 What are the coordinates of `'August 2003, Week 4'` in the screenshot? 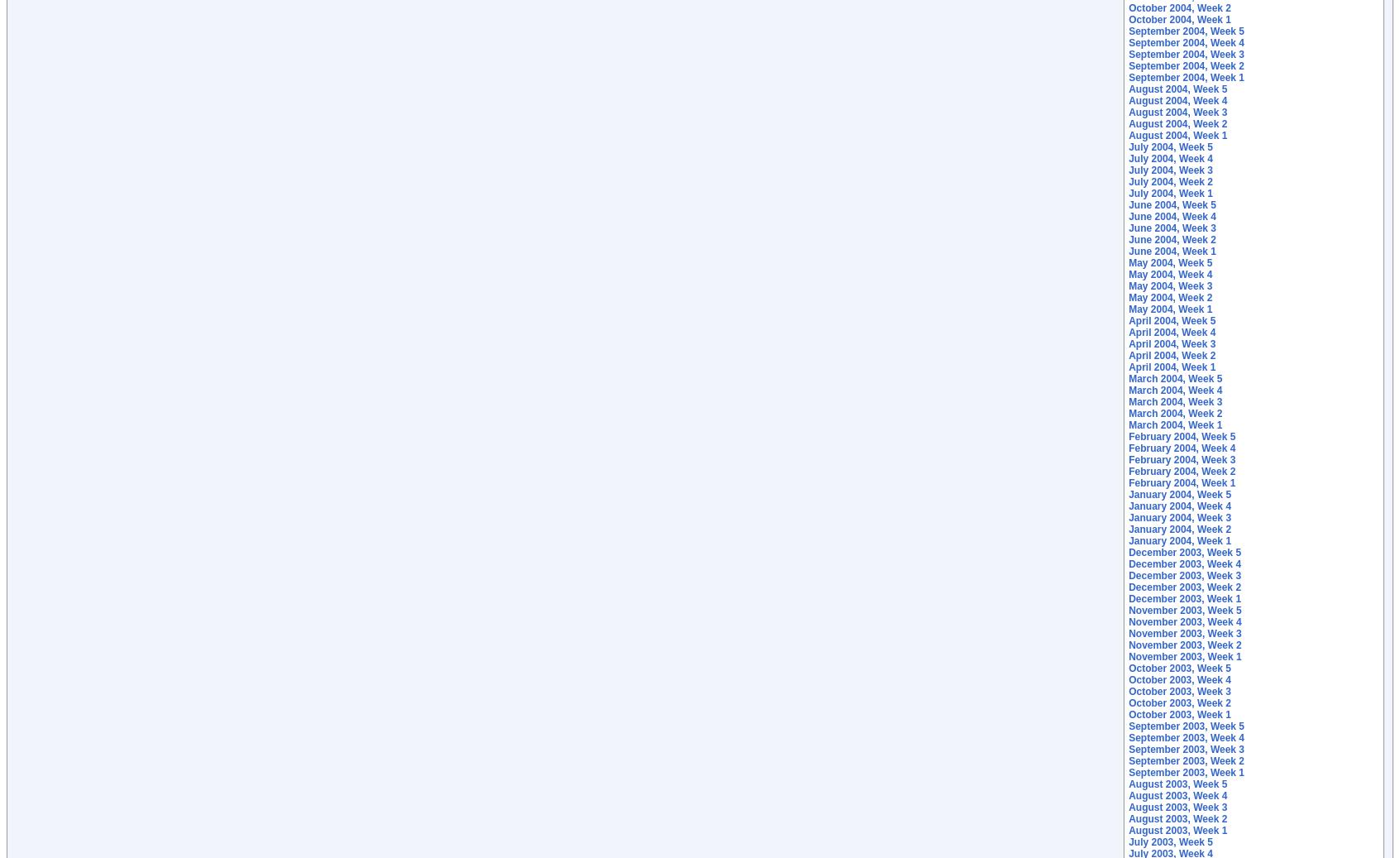 It's located at (1177, 796).